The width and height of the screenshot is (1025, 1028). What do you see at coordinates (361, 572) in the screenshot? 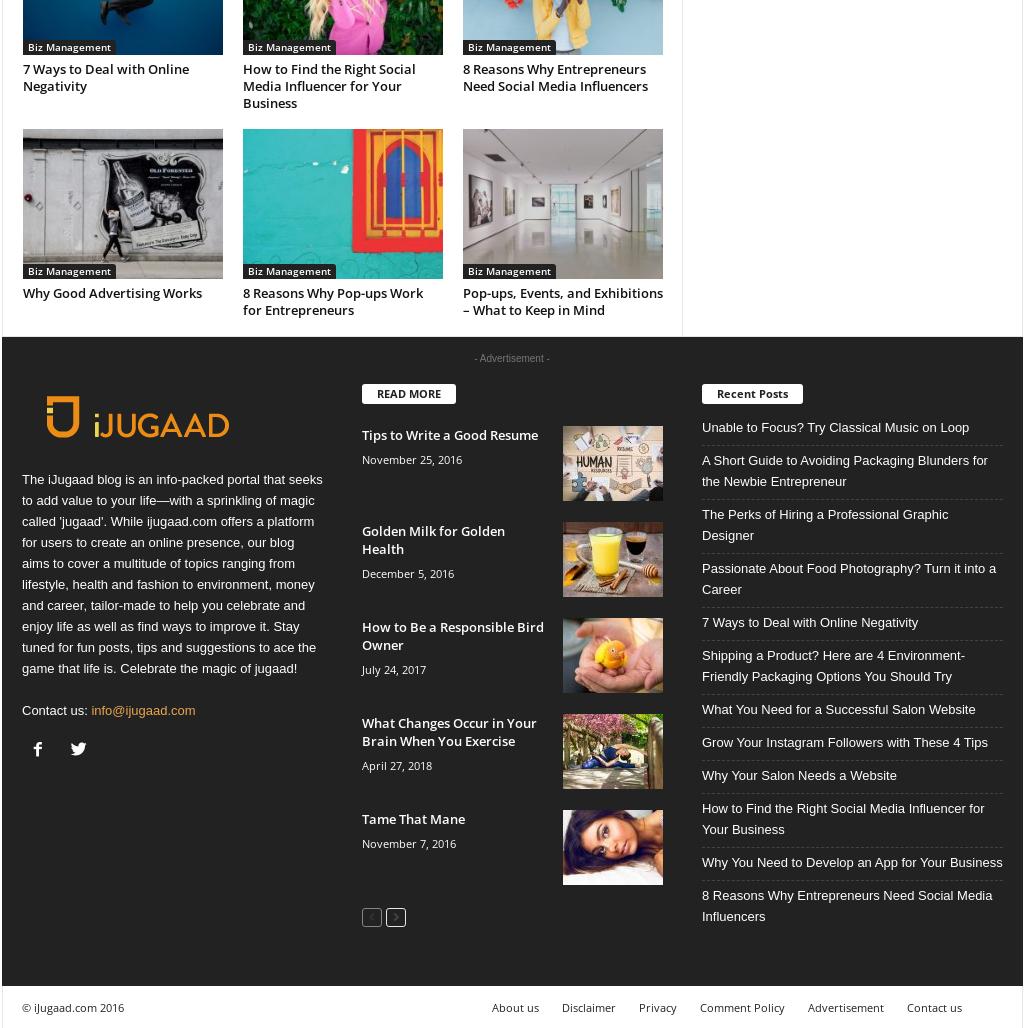
I see `'December 5, 2016'` at bounding box center [361, 572].